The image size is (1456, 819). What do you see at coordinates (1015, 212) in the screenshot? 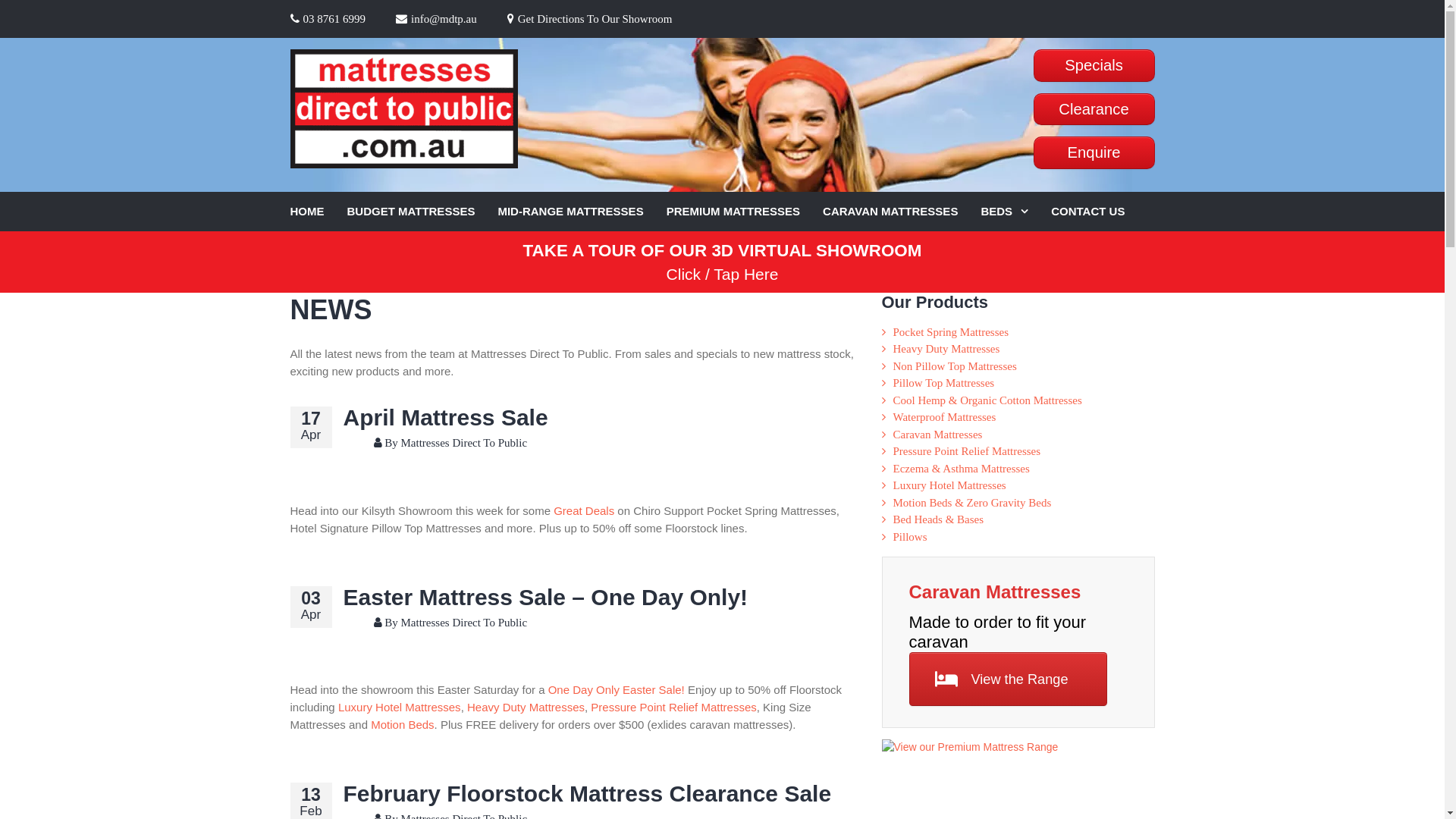
I see `'BEDS'` at bounding box center [1015, 212].